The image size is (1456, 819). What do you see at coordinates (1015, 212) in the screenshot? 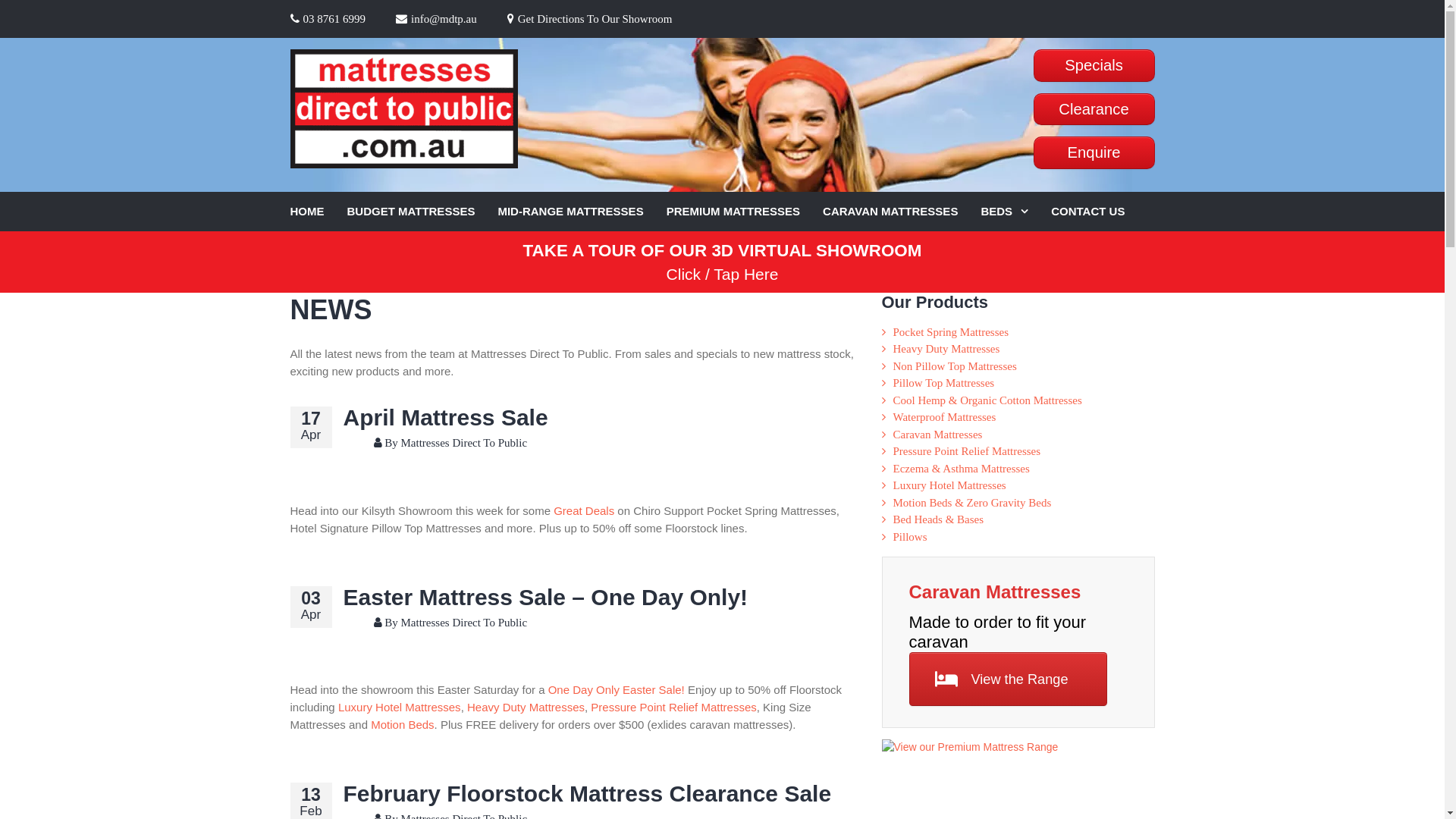
I see `'BEDS'` at bounding box center [1015, 212].